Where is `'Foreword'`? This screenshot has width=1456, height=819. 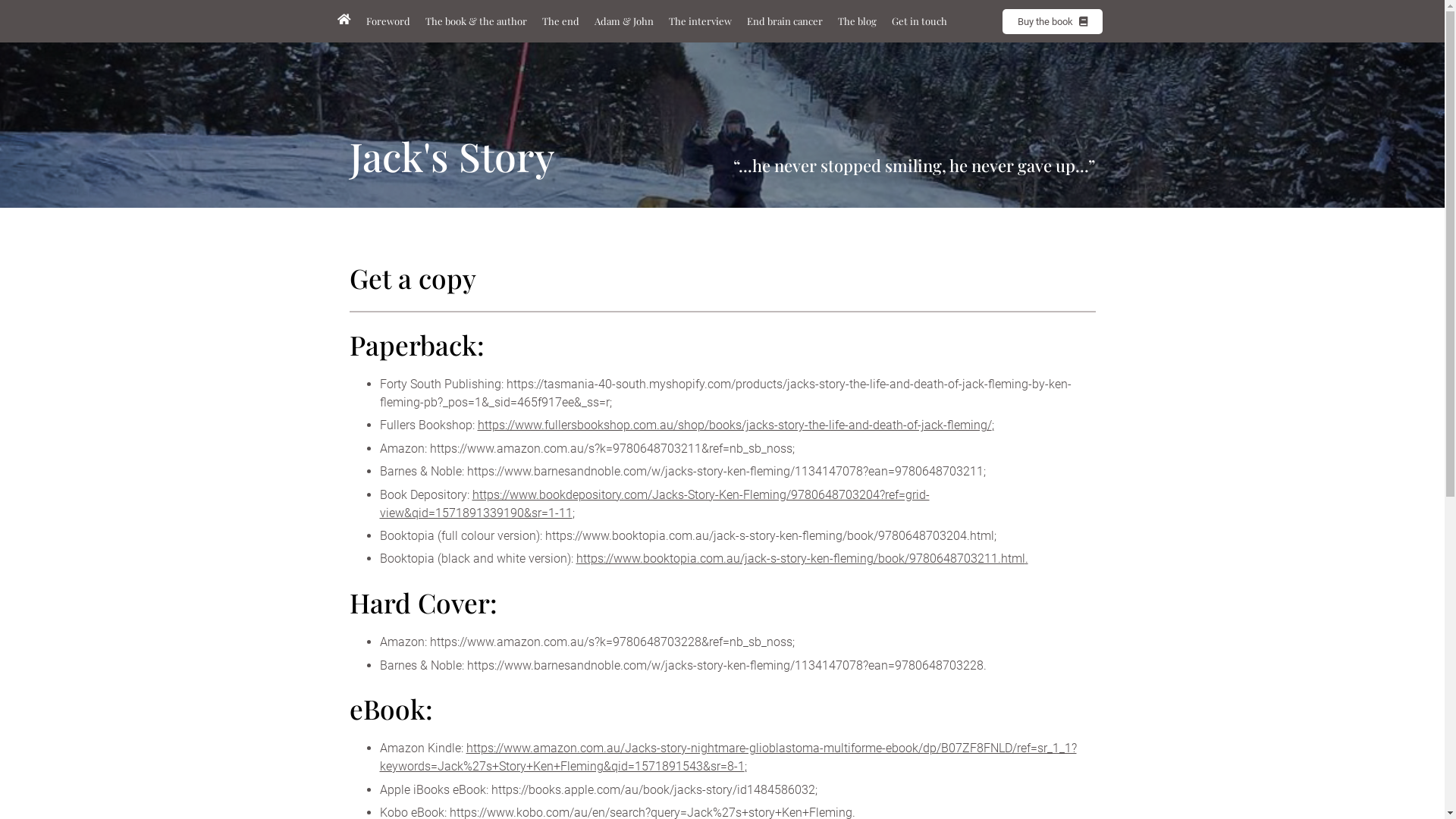
'Foreword' is located at coordinates (387, 20).